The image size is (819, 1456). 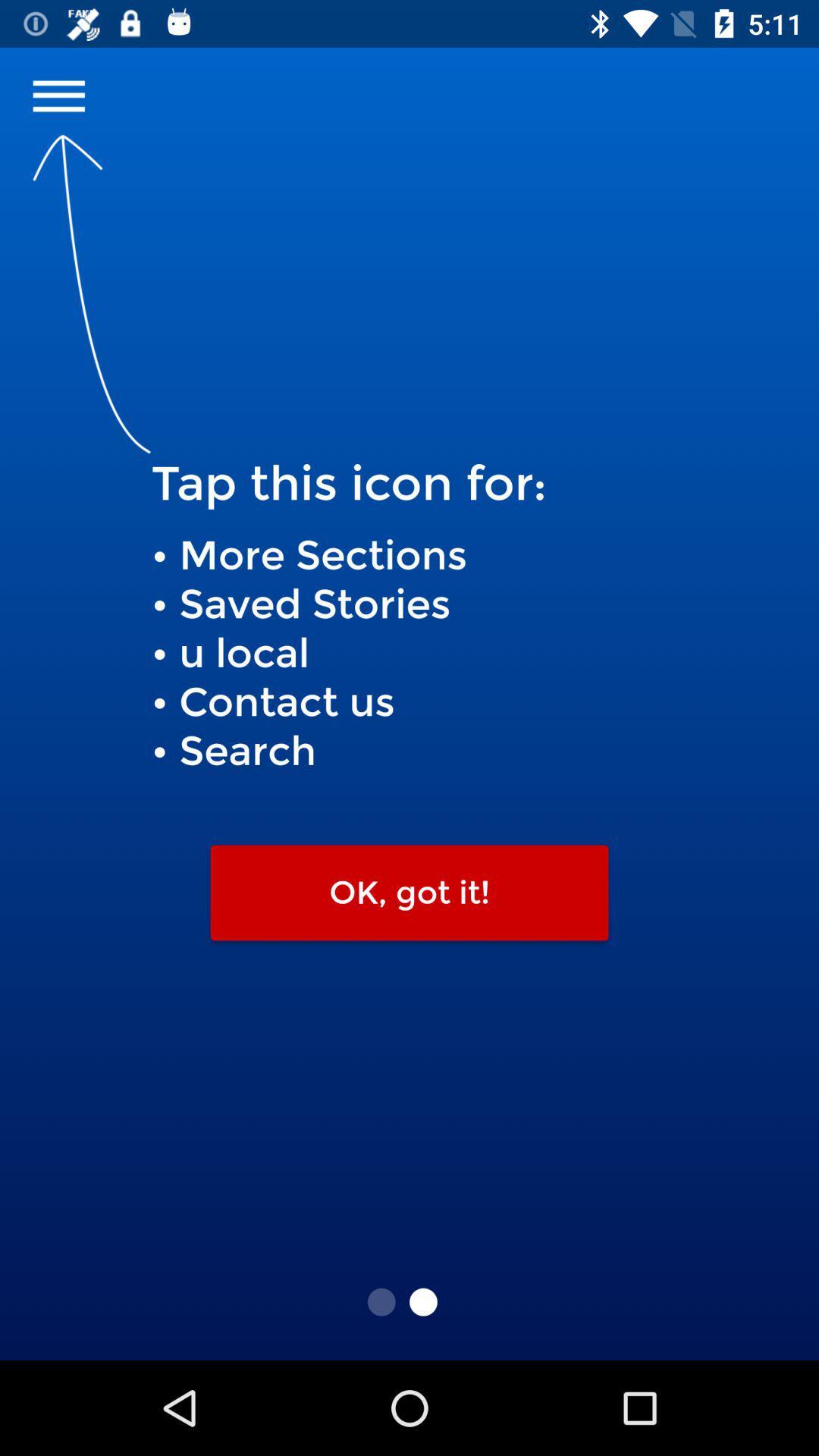 I want to click on icon below more sections saved icon, so click(x=409, y=893).